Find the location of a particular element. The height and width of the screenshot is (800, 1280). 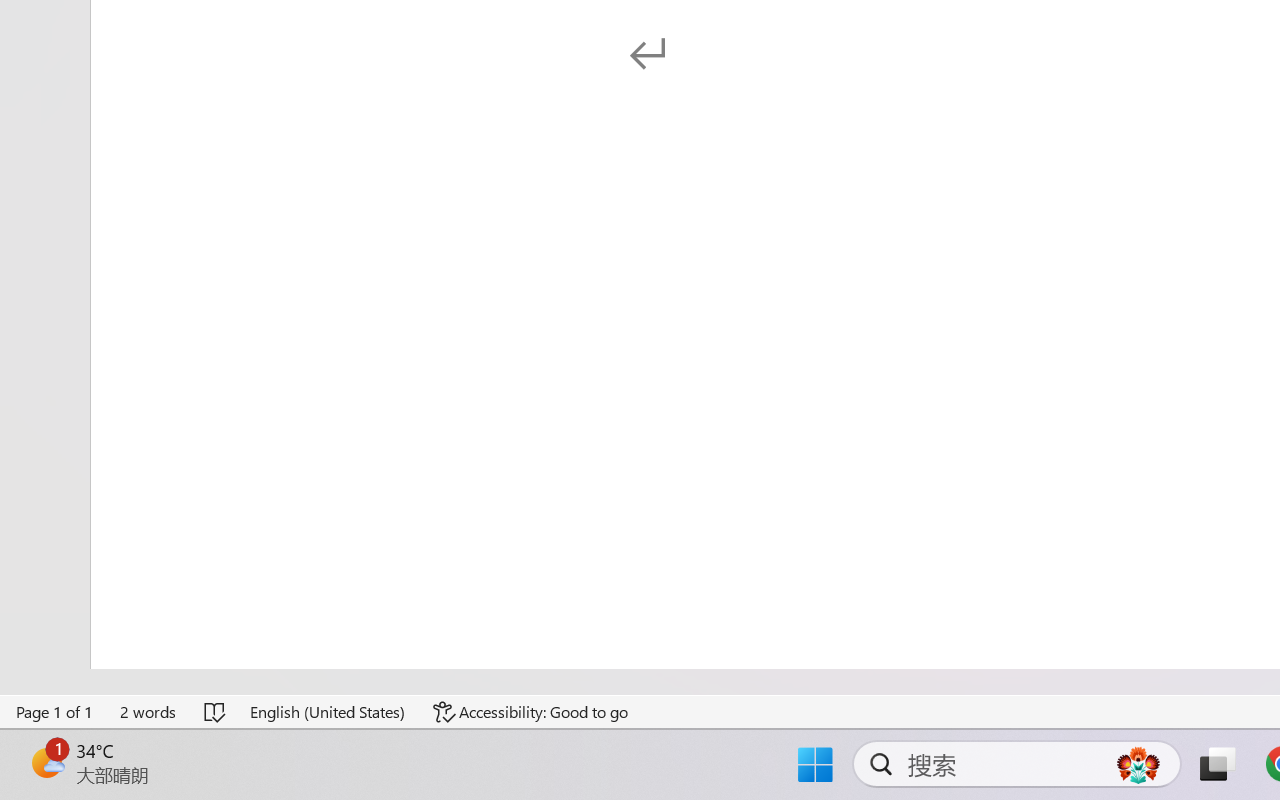

'AutomationID: DynamicSearchBoxGleamImage' is located at coordinates (1138, 764).